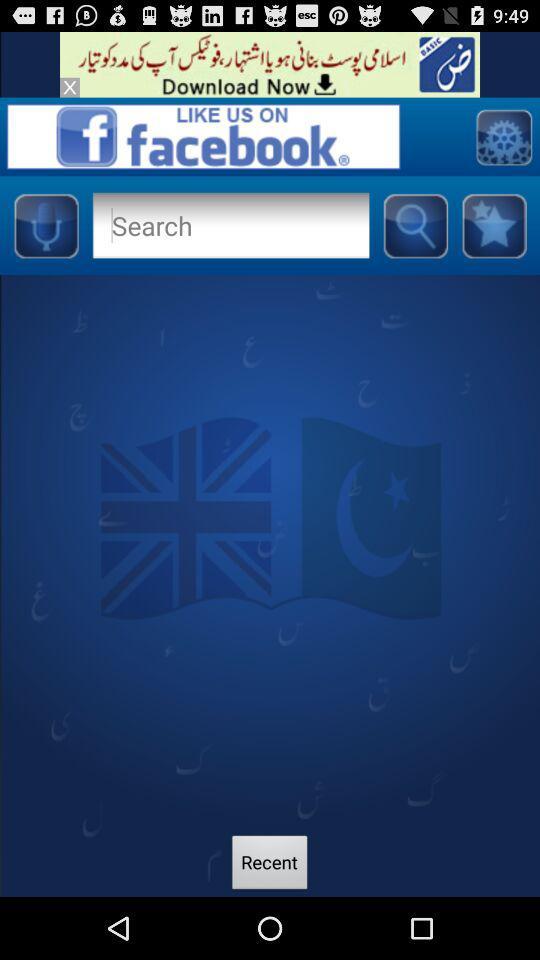 Image resolution: width=540 pixels, height=960 pixels. What do you see at coordinates (270, 64) in the screenshot?
I see `download` at bounding box center [270, 64].